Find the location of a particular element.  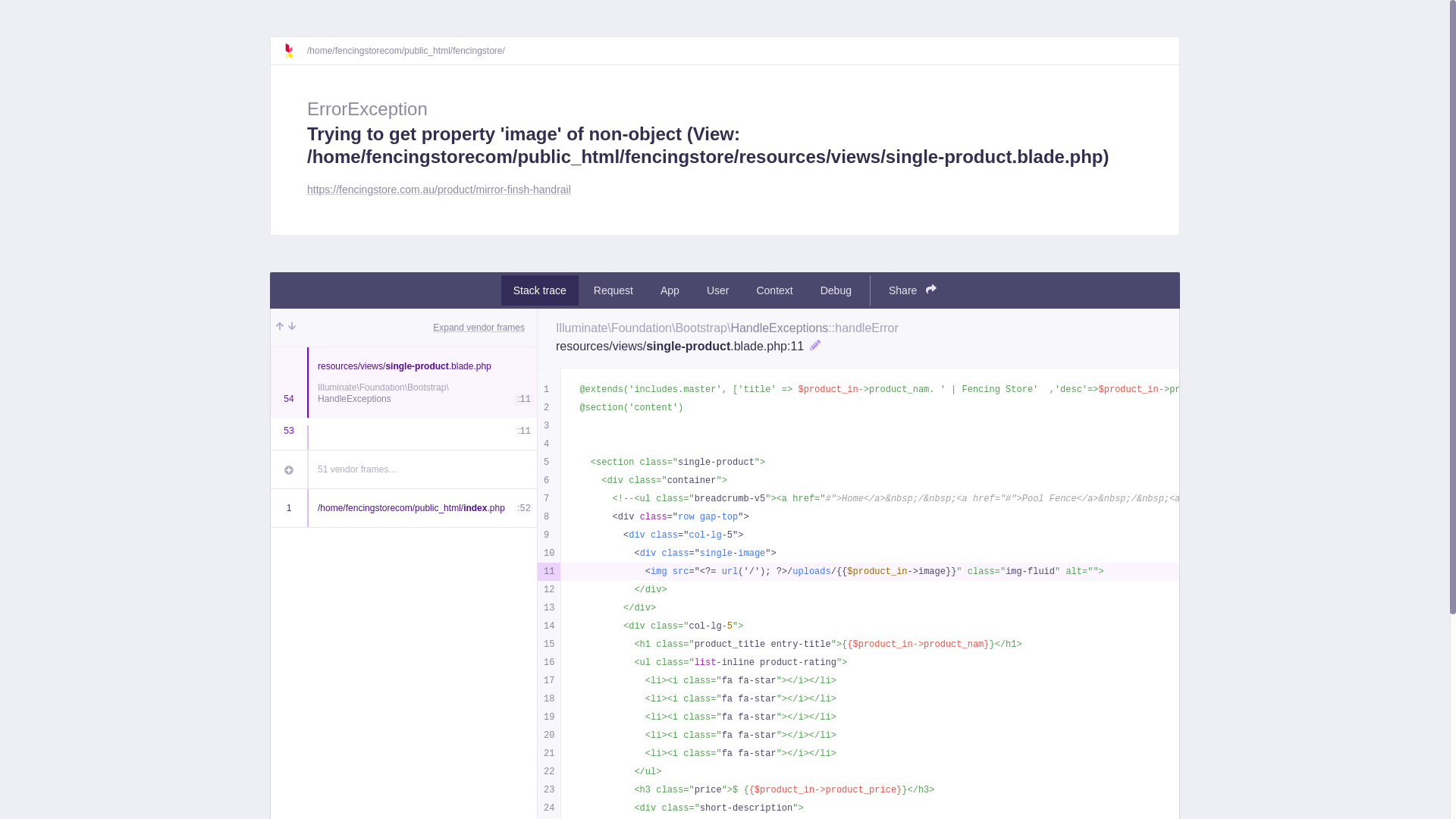

'Stack trace' is located at coordinates (539, 290).